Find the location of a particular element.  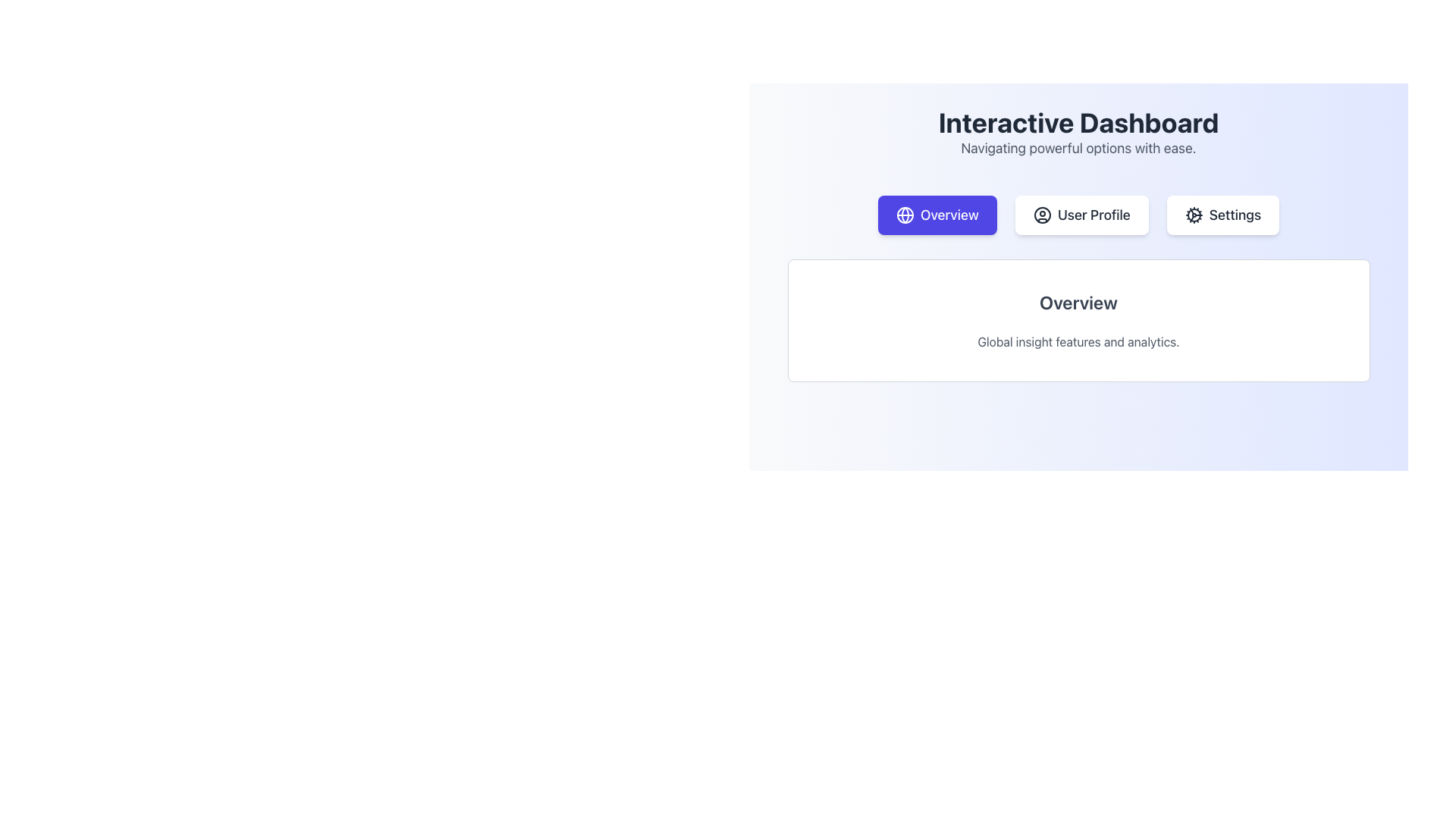

the second button in the navigation group, which directs users to their profile details and settings, to activate the hover effect is located at coordinates (1081, 215).